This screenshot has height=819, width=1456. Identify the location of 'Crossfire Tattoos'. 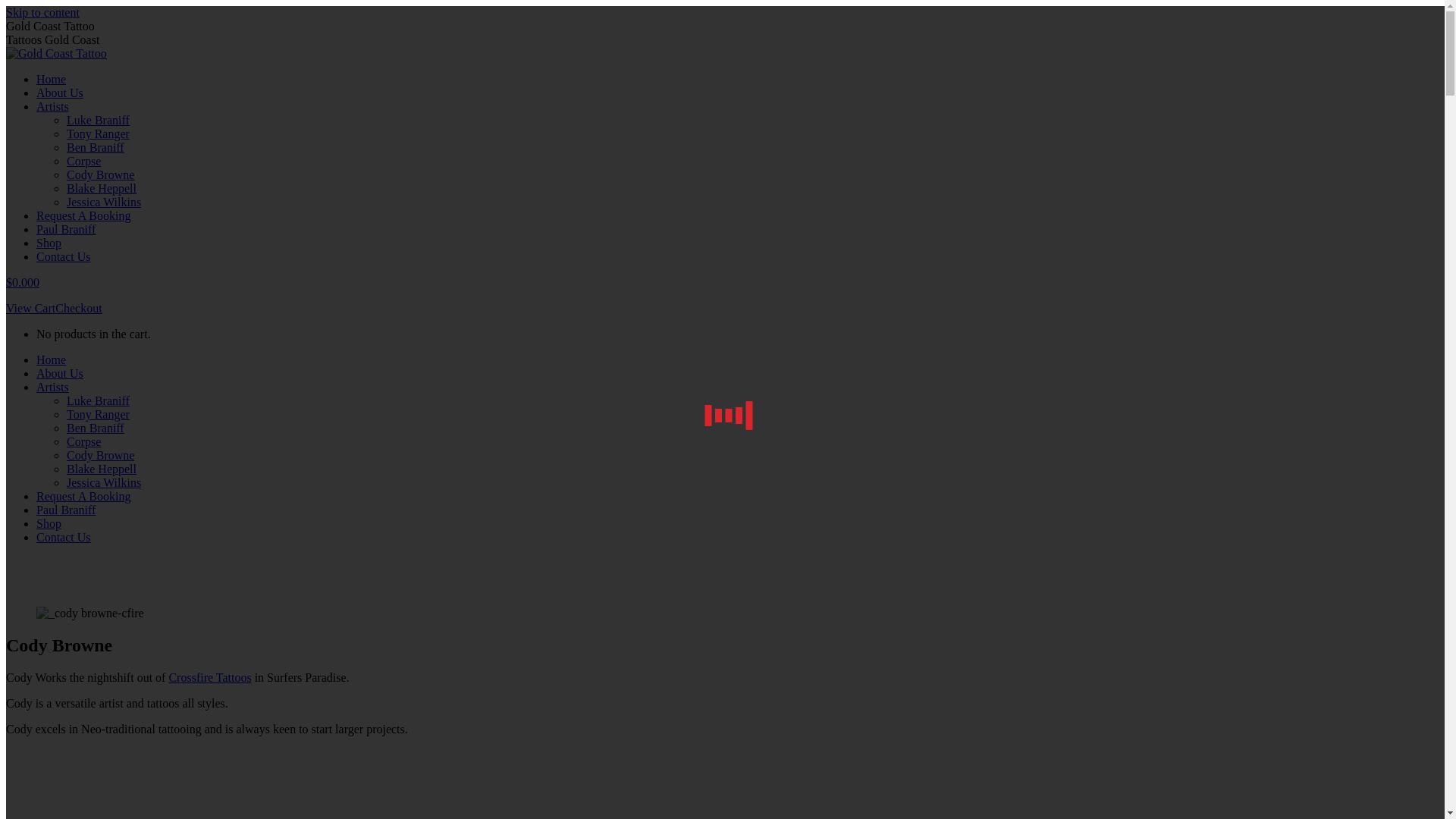
(209, 676).